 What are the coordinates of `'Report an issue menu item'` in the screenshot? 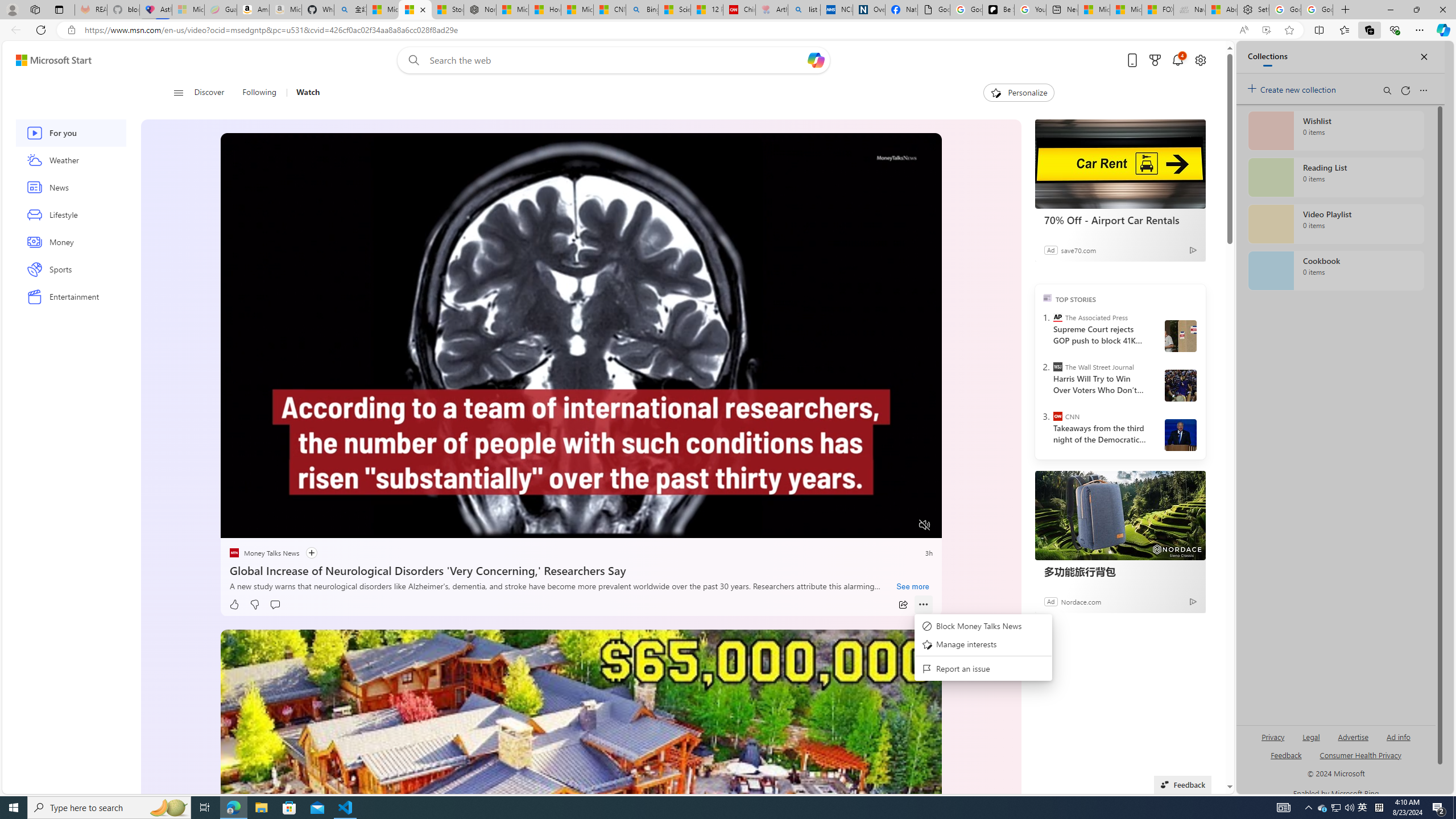 It's located at (983, 668).